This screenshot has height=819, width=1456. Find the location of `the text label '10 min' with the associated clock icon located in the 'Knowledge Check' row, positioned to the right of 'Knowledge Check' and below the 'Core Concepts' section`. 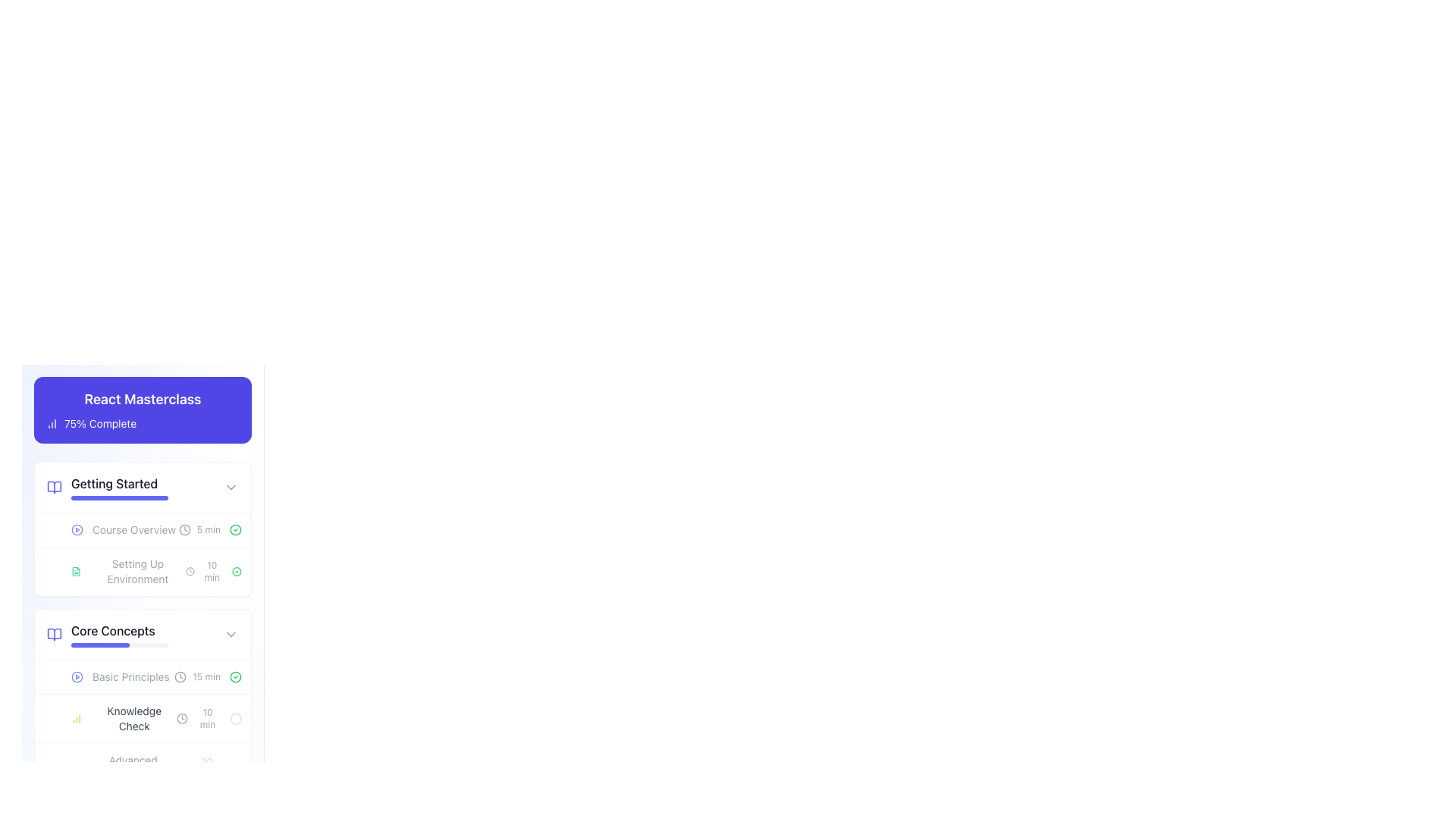

the text label '10 min' with the associated clock icon located in the 'Knowledge Check' row, positioned to the right of 'Knowledge Check' and below the 'Core Concepts' section is located at coordinates (209, 718).